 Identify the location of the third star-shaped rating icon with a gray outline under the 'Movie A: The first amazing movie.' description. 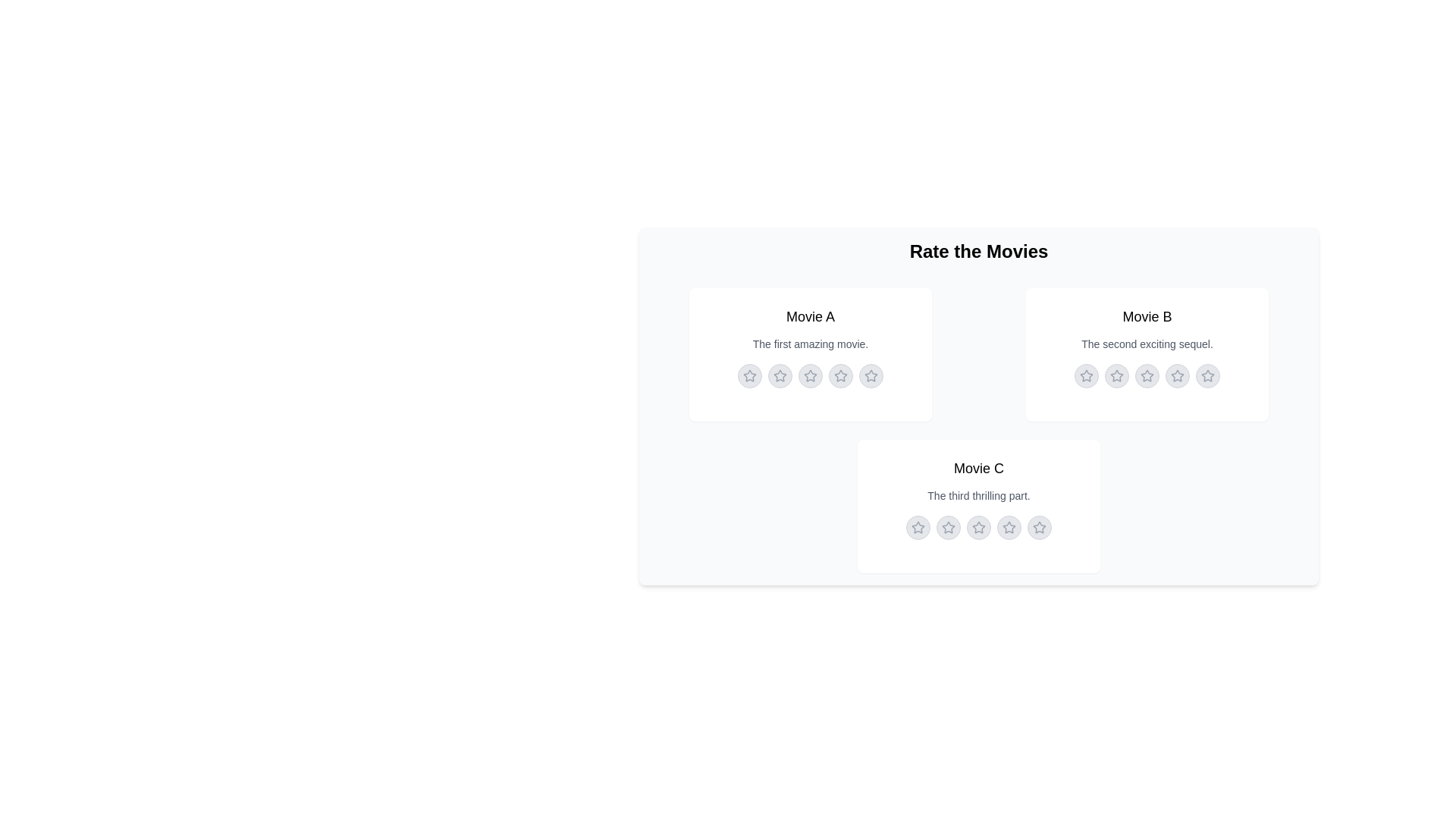
(810, 375).